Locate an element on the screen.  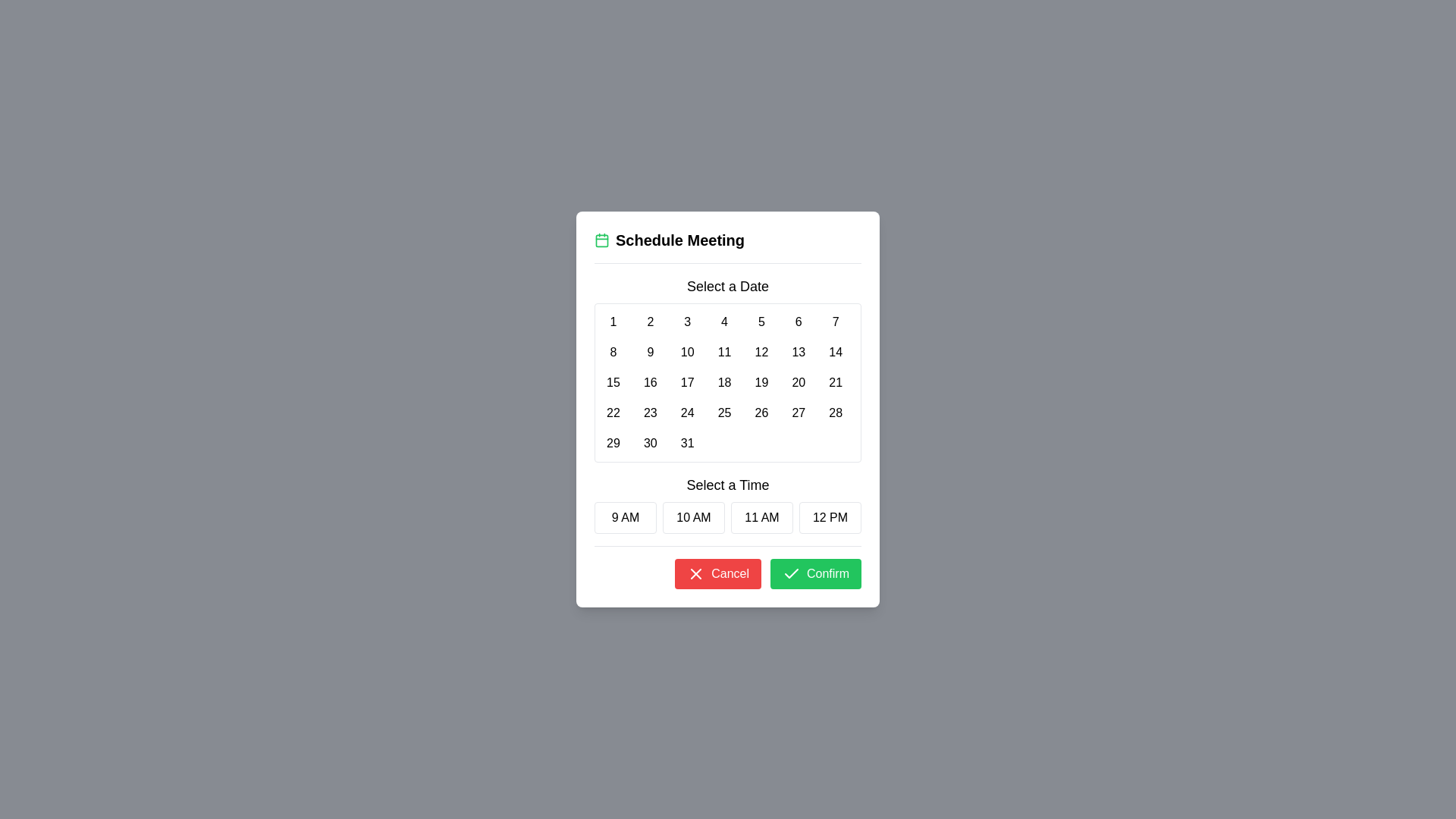
the 'Schedule Meeting' modal dialog to interact with its elements, which includes date and time selection and buttons labeled 'Cancel' and 'Confirm' is located at coordinates (728, 409).